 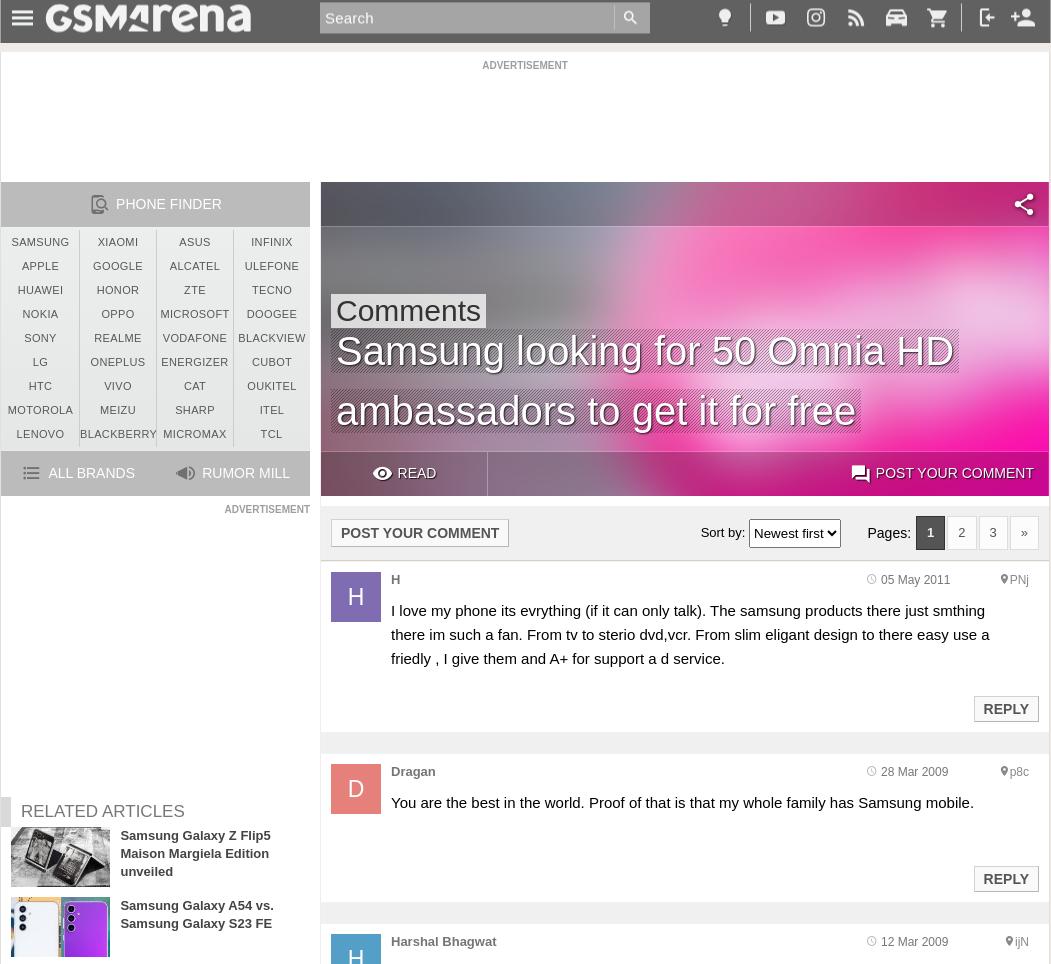 I want to click on 'Harshal Bhagwat', so click(x=443, y=941).